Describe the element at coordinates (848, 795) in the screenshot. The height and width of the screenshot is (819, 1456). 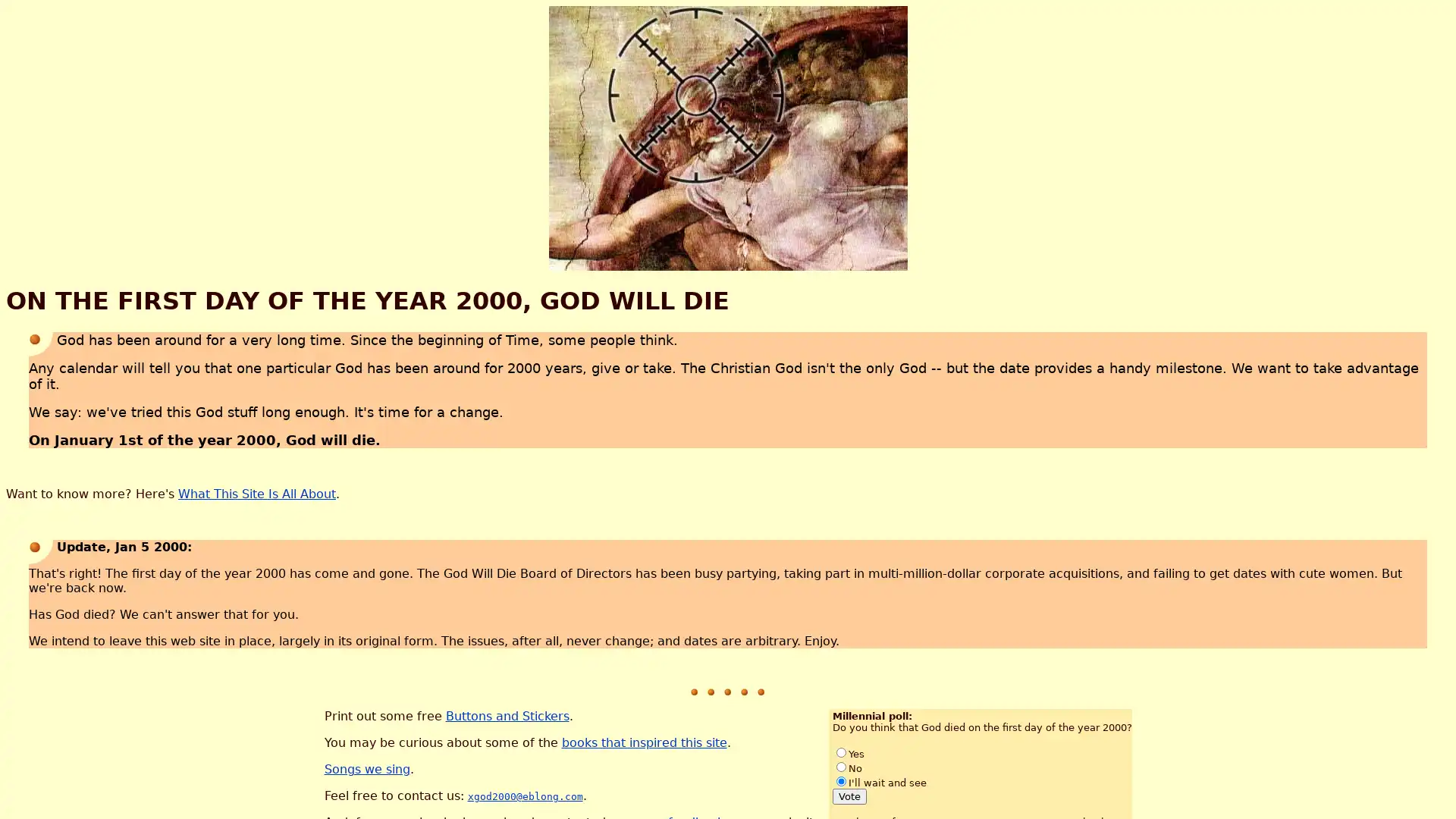
I see `Vote` at that location.